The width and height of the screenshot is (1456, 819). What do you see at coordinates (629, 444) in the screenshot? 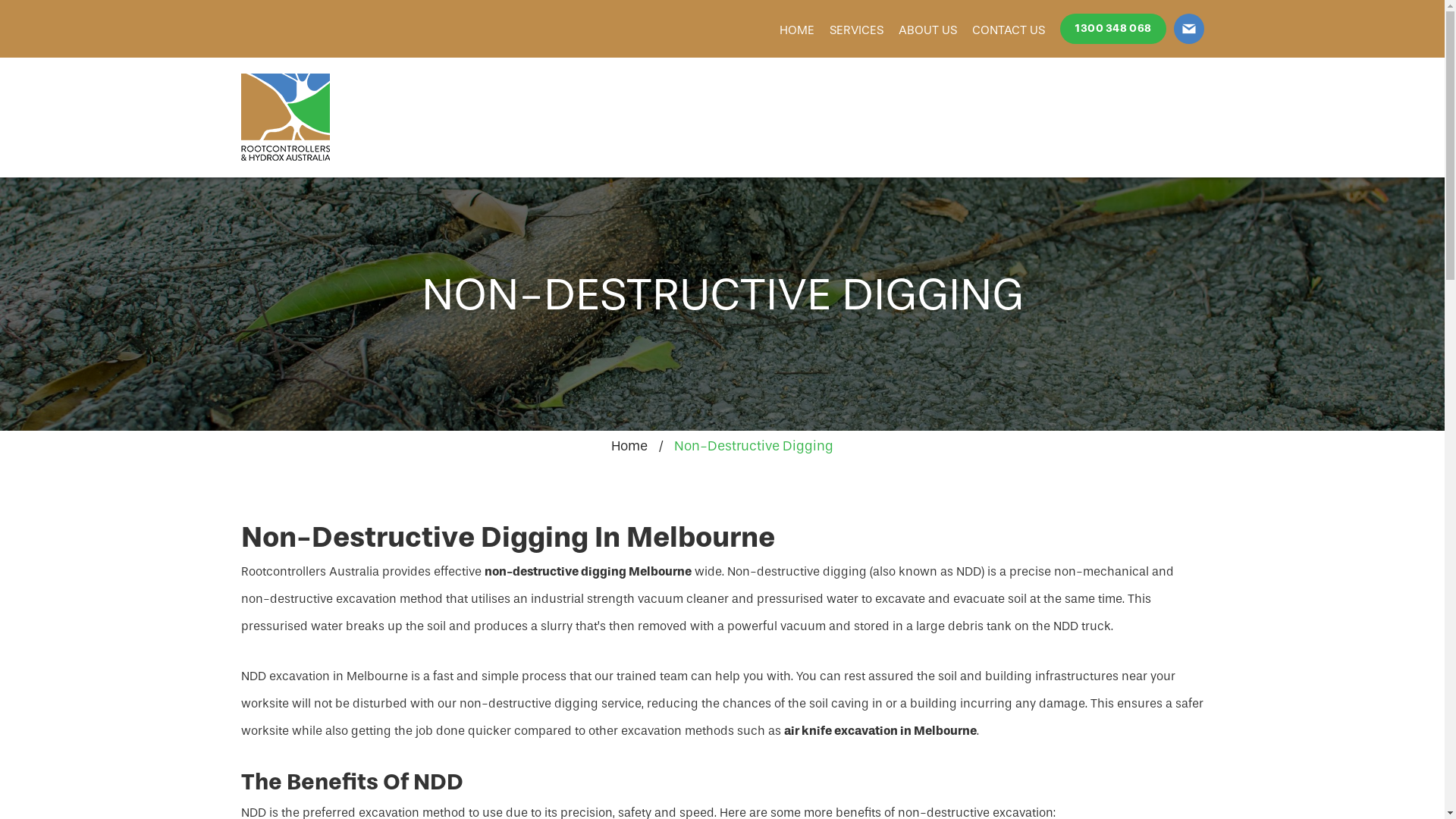
I see `'Home'` at bounding box center [629, 444].